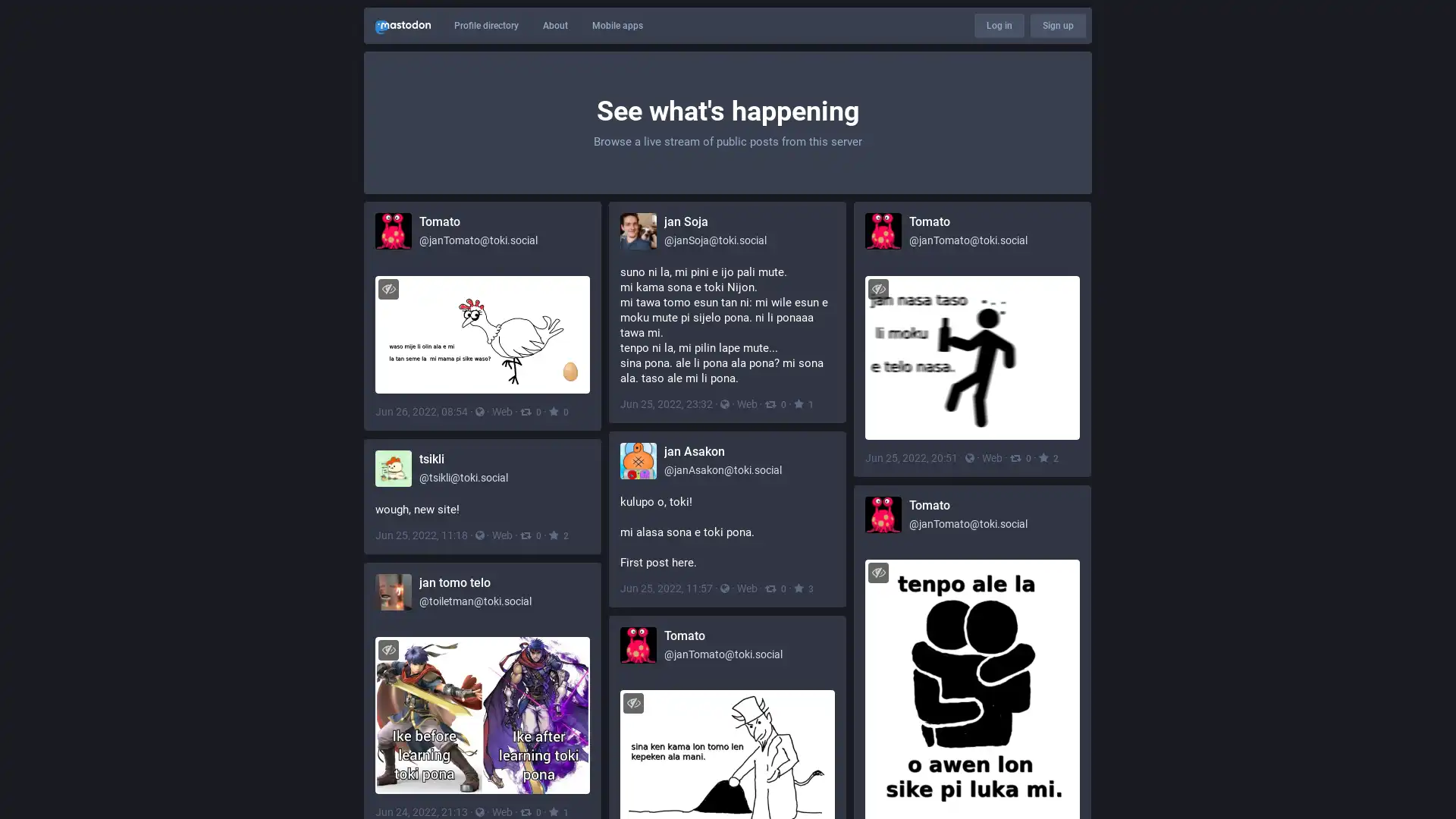  What do you see at coordinates (878, 288) in the screenshot?
I see `Hide image` at bounding box center [878, 288].